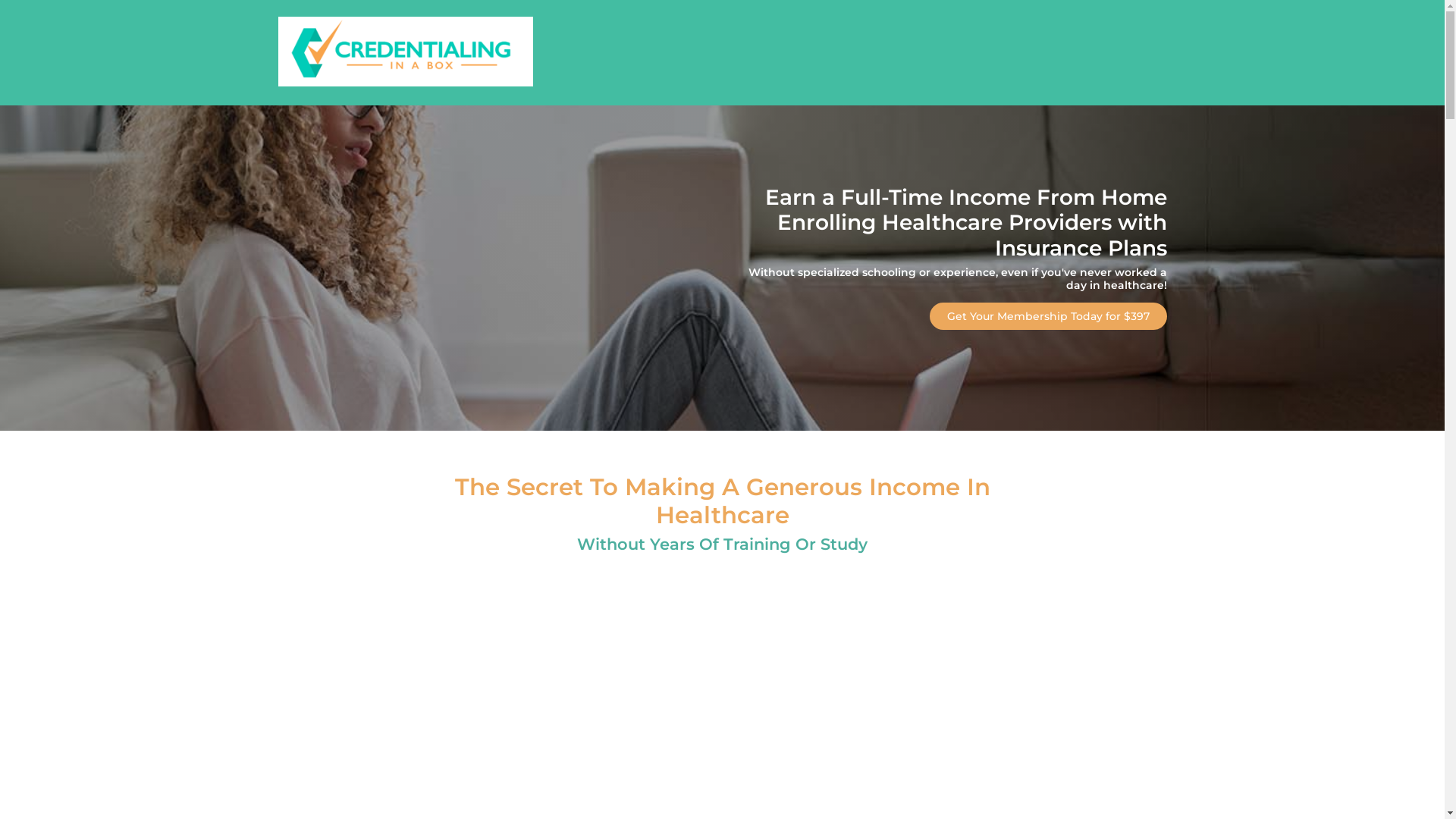  Describe the element at coordinates (1047, 315) in the screenshot. I see `'Get Your Membership Today for $397'` at that location.